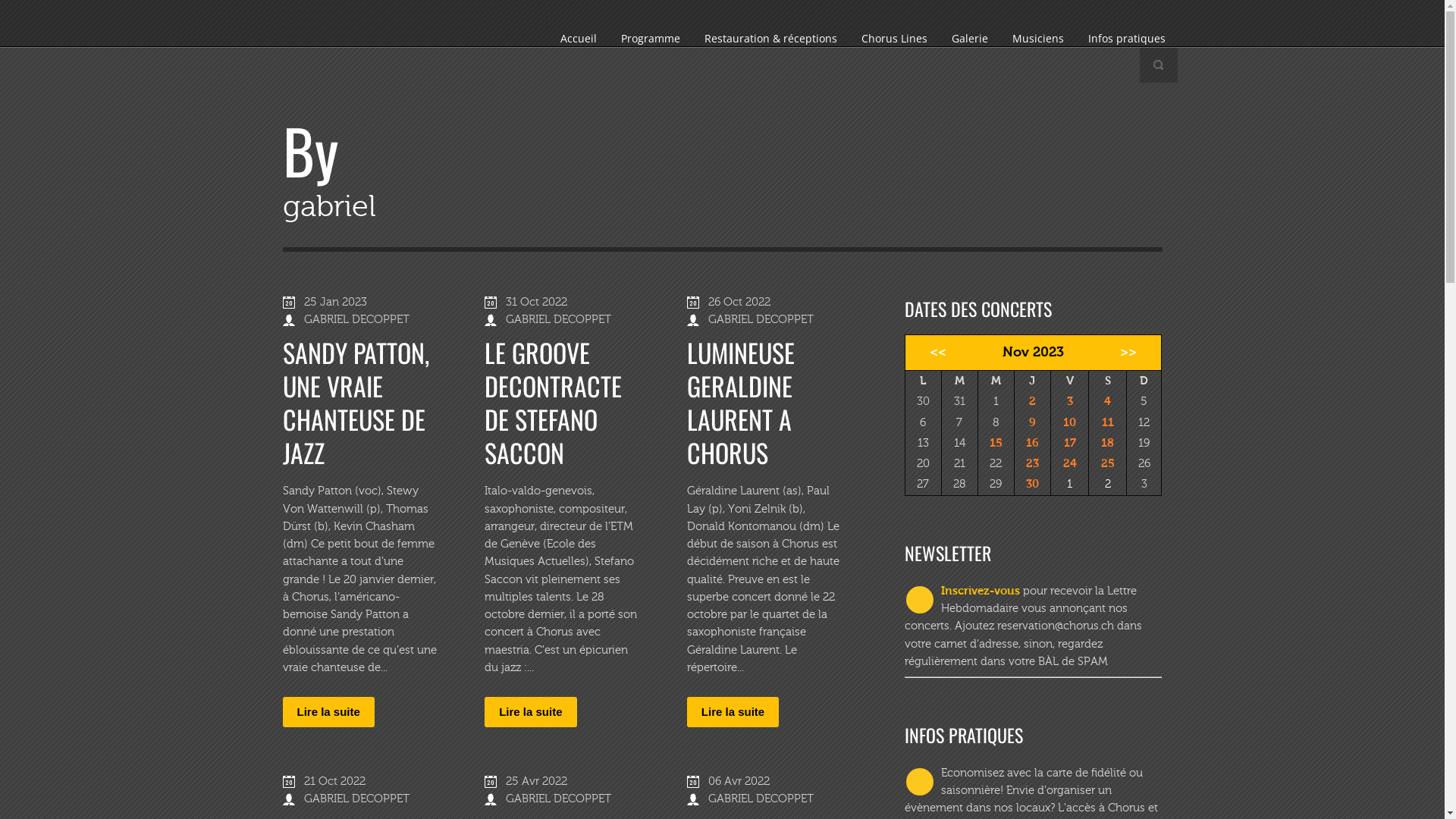 This screenshot has width=1456, height=819. Describe the element at coordinates (1031, 400) in the screenshot. I see `'2'` at that location.